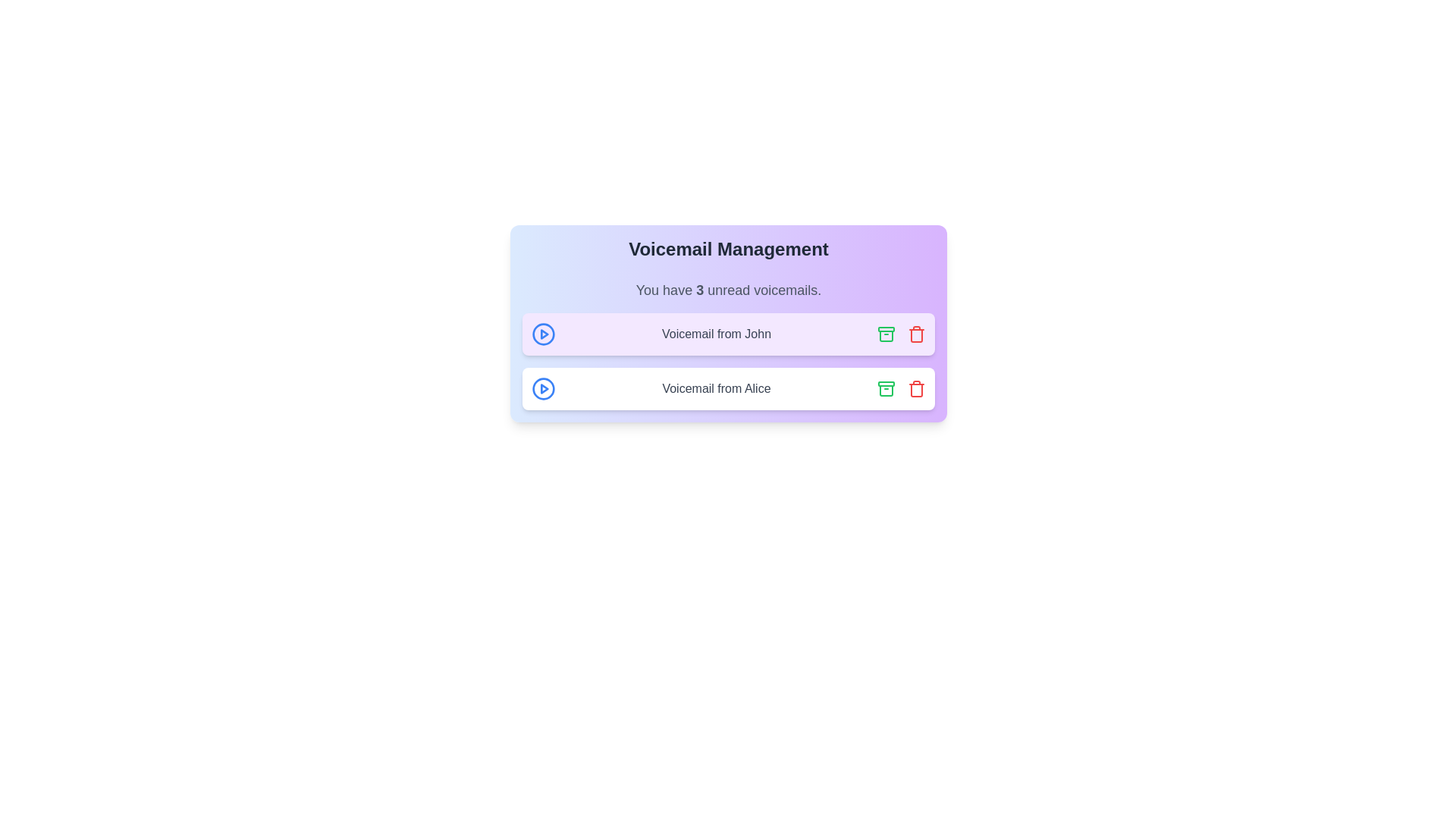 This screenshot has height=819, width=1456. I want to click on the archive action button for the voicemail item located to the left of the red trash bin icon, which changes its color upon hover, so click(886, 388).